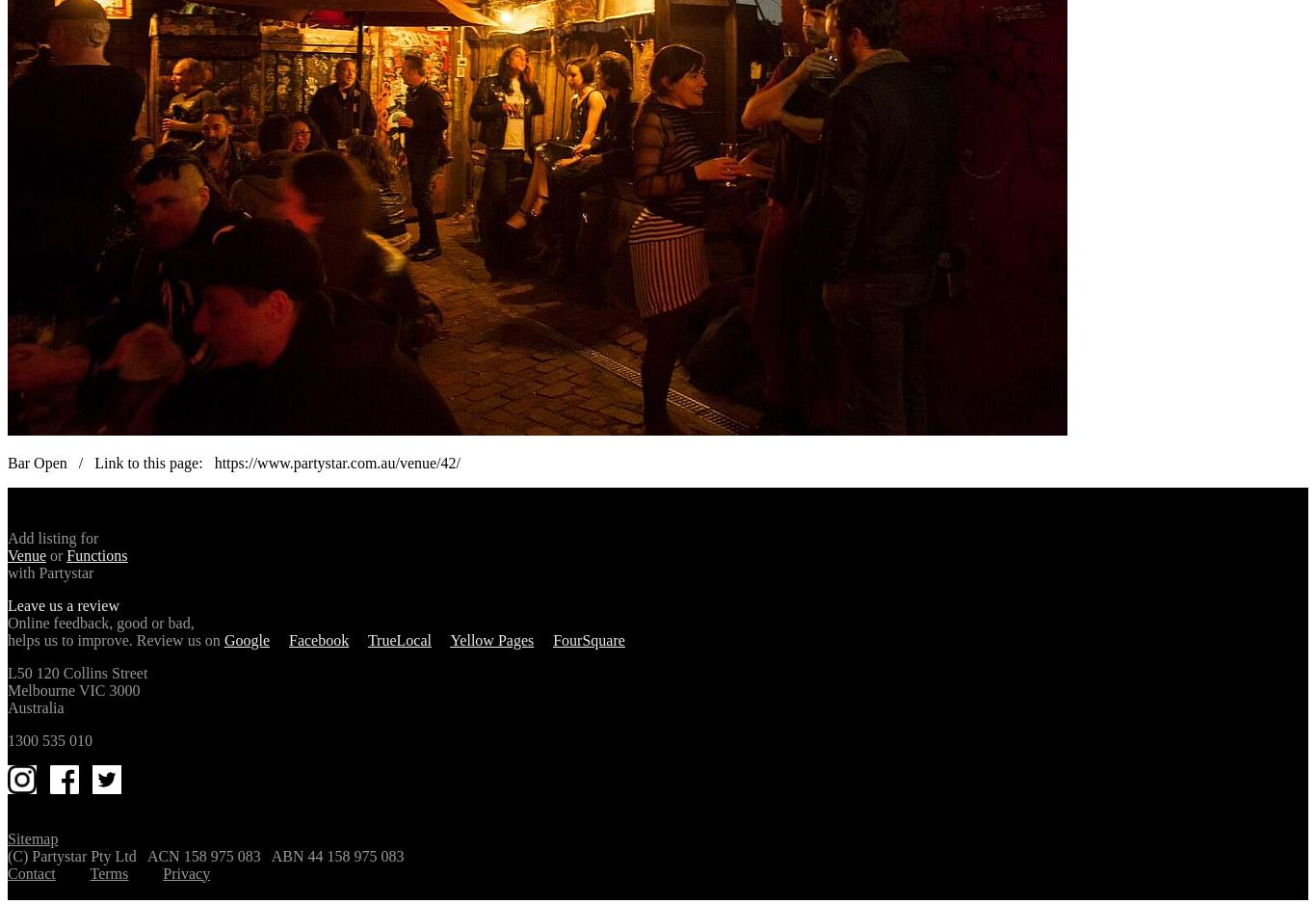  Describe the element at coordinates (114, 638) in the screenshot. I see `'helps us to improve. Review us on'` at that location.